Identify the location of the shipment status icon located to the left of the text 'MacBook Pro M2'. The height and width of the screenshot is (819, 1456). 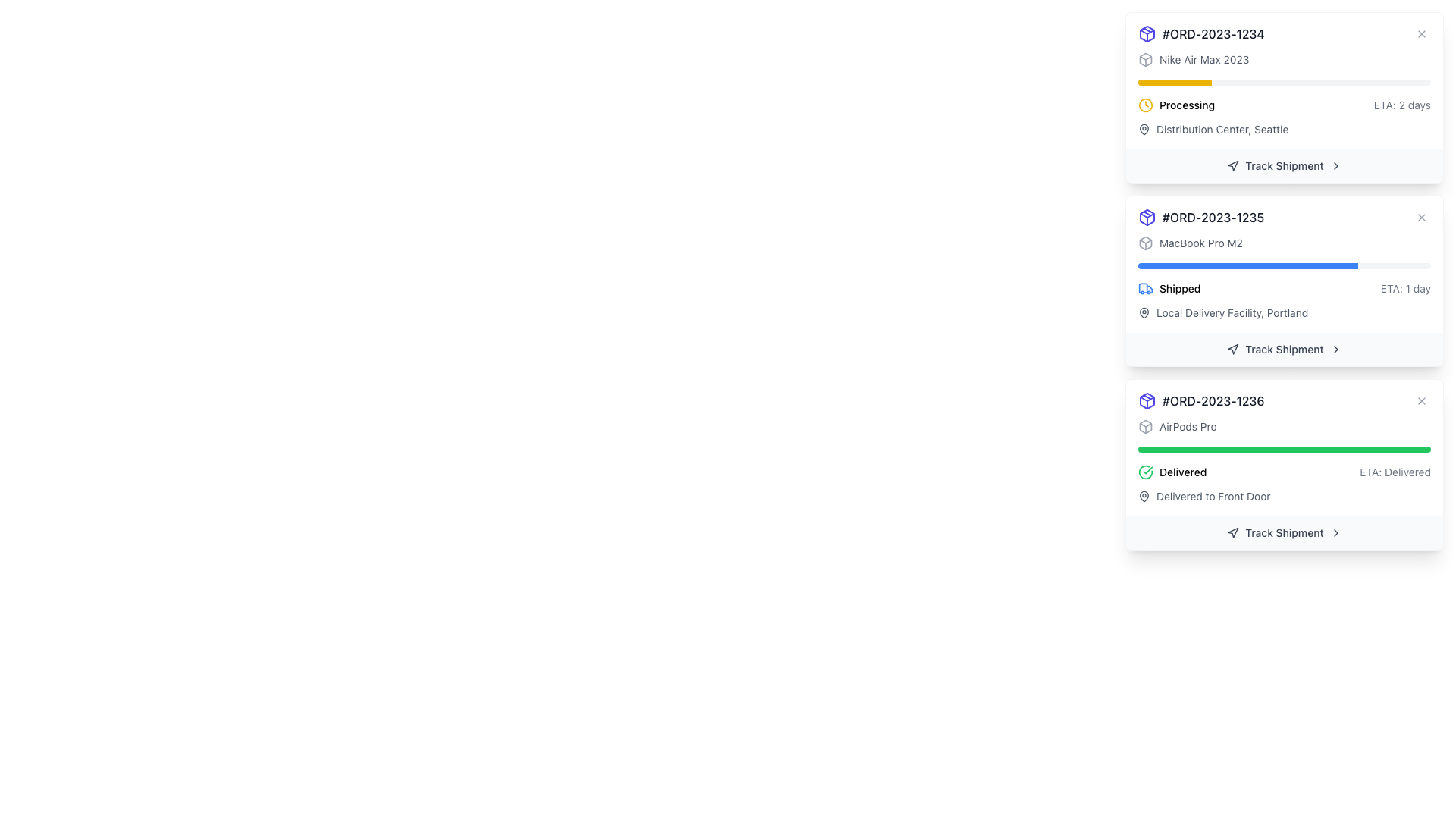
(1146, 242).